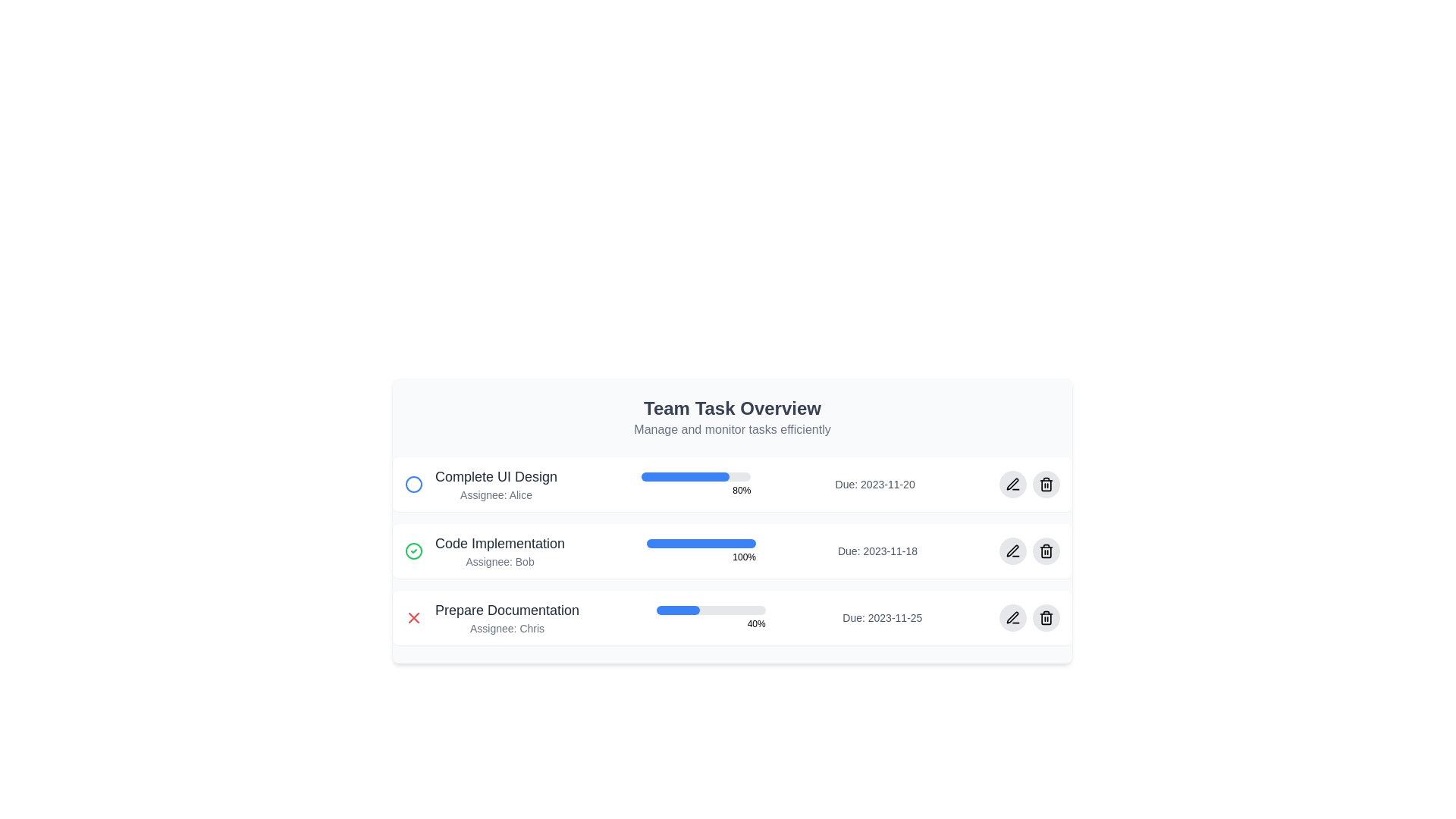  I want to click on the progress bar for the 'Prepare Documentation' task, which has a gray background and a blue fill at 40% width, located in the third row of the task list, so click(710, 610).